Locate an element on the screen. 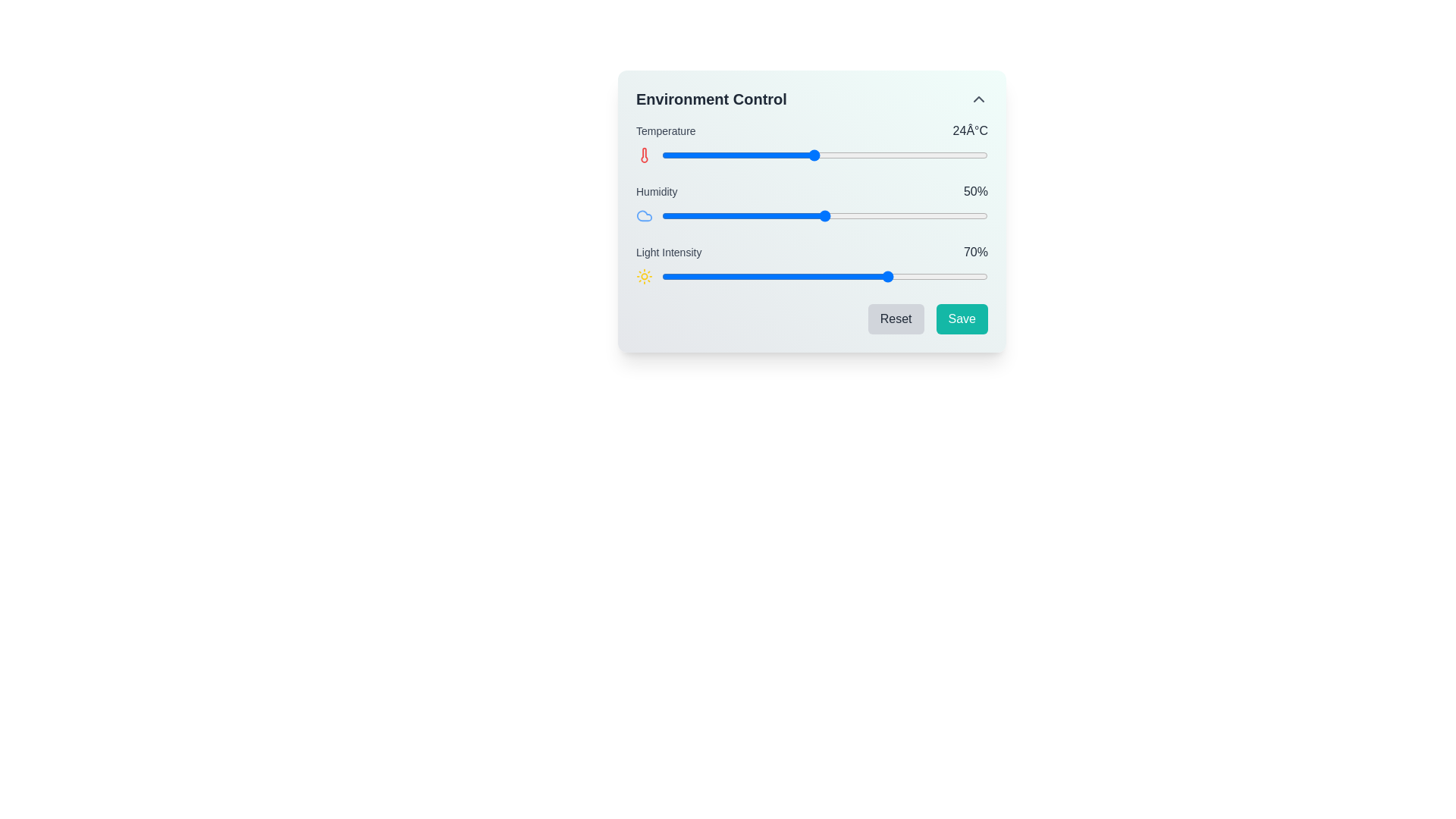 Image resolution: width=1456 pixels, height=819 pixels. to interact with the 'Humidity' slider control, which is visually identifiable by the text labels 'Humidity' on the left and '50%' on the right, positioned in the center of a card interface is located at coordinates (811, 203).